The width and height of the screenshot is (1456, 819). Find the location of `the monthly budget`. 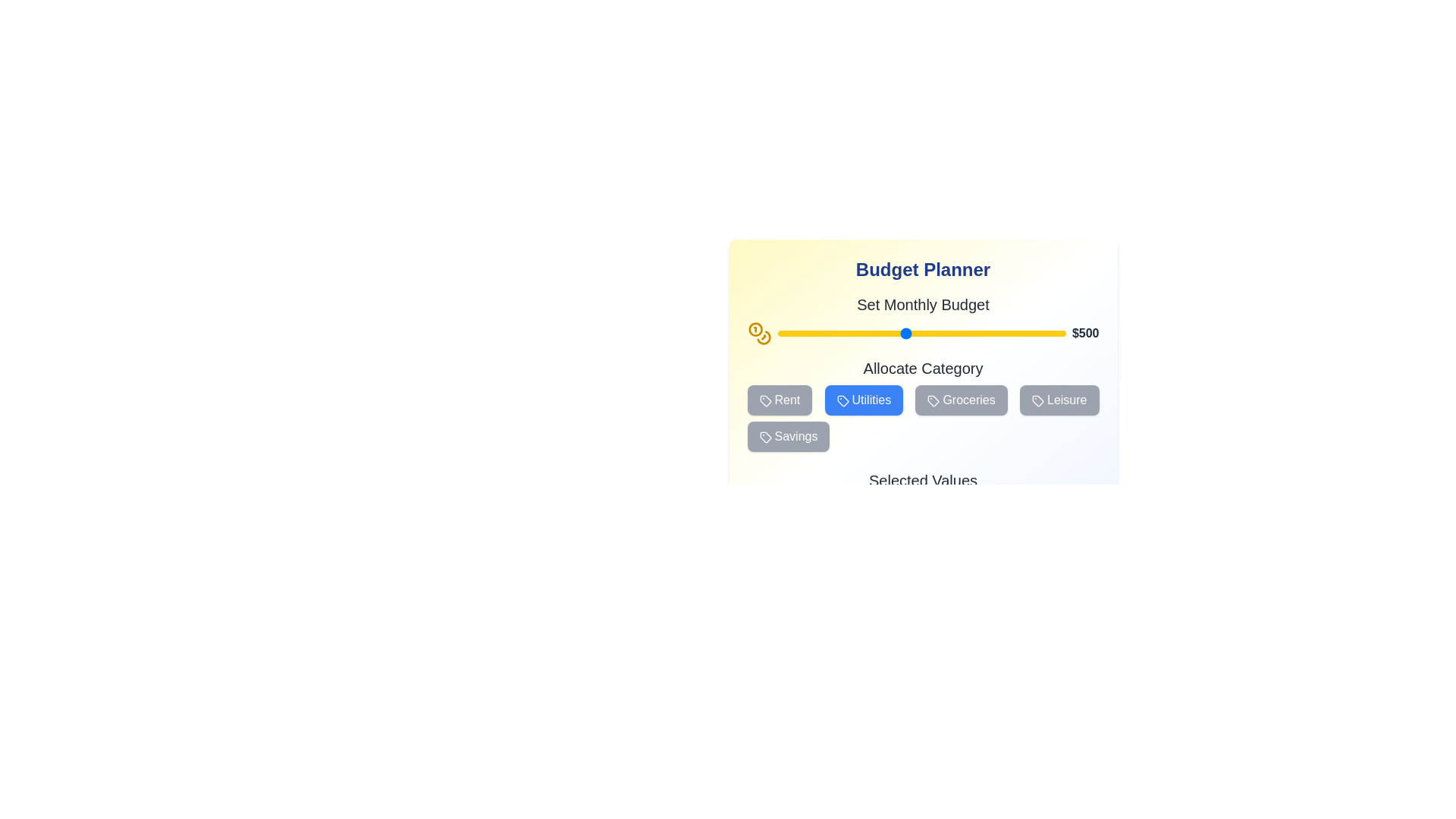

the monthly budget is located at coordinates (917, 332).